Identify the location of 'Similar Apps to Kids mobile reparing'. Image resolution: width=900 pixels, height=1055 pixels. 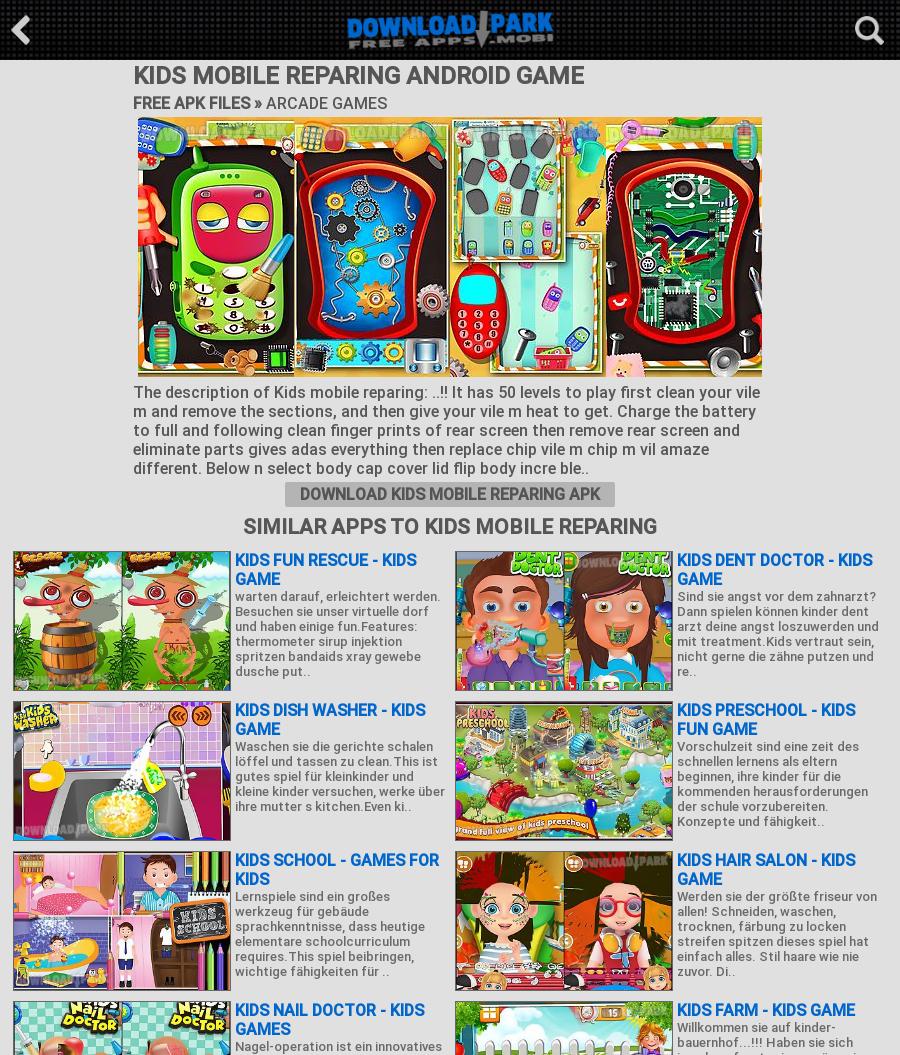
(242, 526).